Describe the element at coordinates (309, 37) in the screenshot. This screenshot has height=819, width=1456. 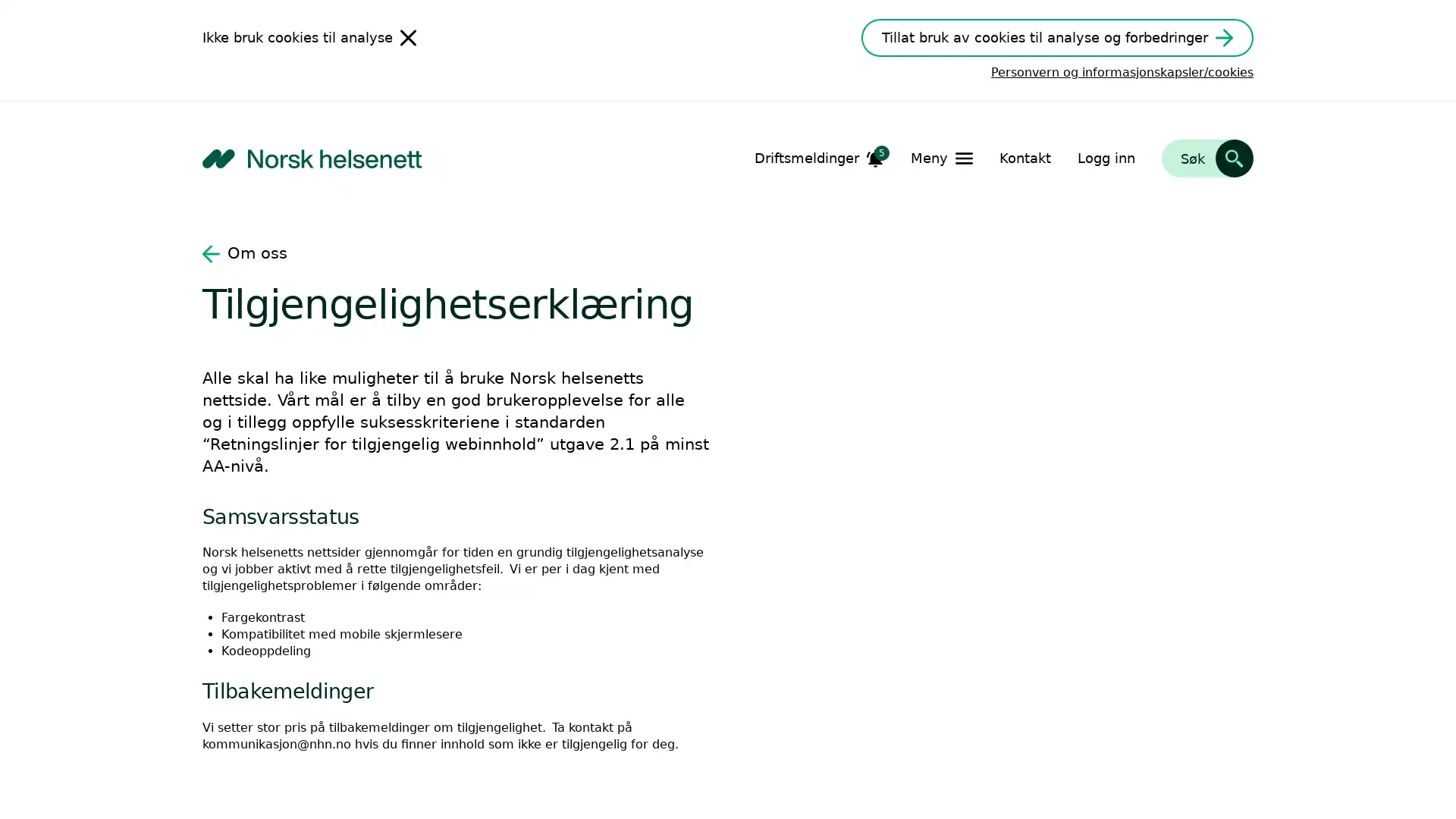
I see `Ikke bruk cookies til analyse` at that location.